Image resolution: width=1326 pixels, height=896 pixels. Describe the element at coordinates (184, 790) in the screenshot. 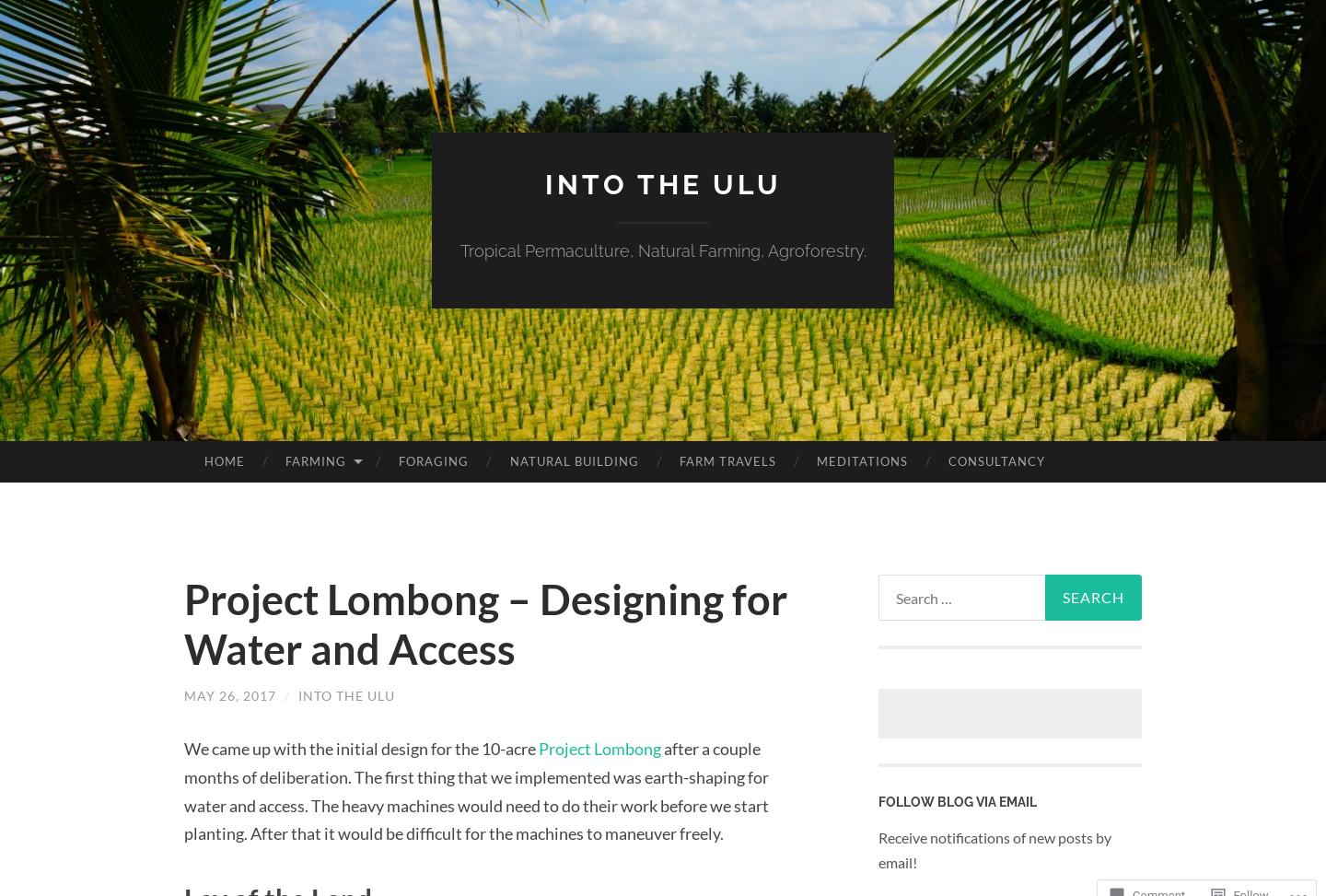

I see `'after a couple months of deliberation. The first thing that we implemented was earth-shaping for water and access. The heavy machines would need to do their work before we start planting. After that it would be difficult for the machines to maneuver freely.'` at that location.